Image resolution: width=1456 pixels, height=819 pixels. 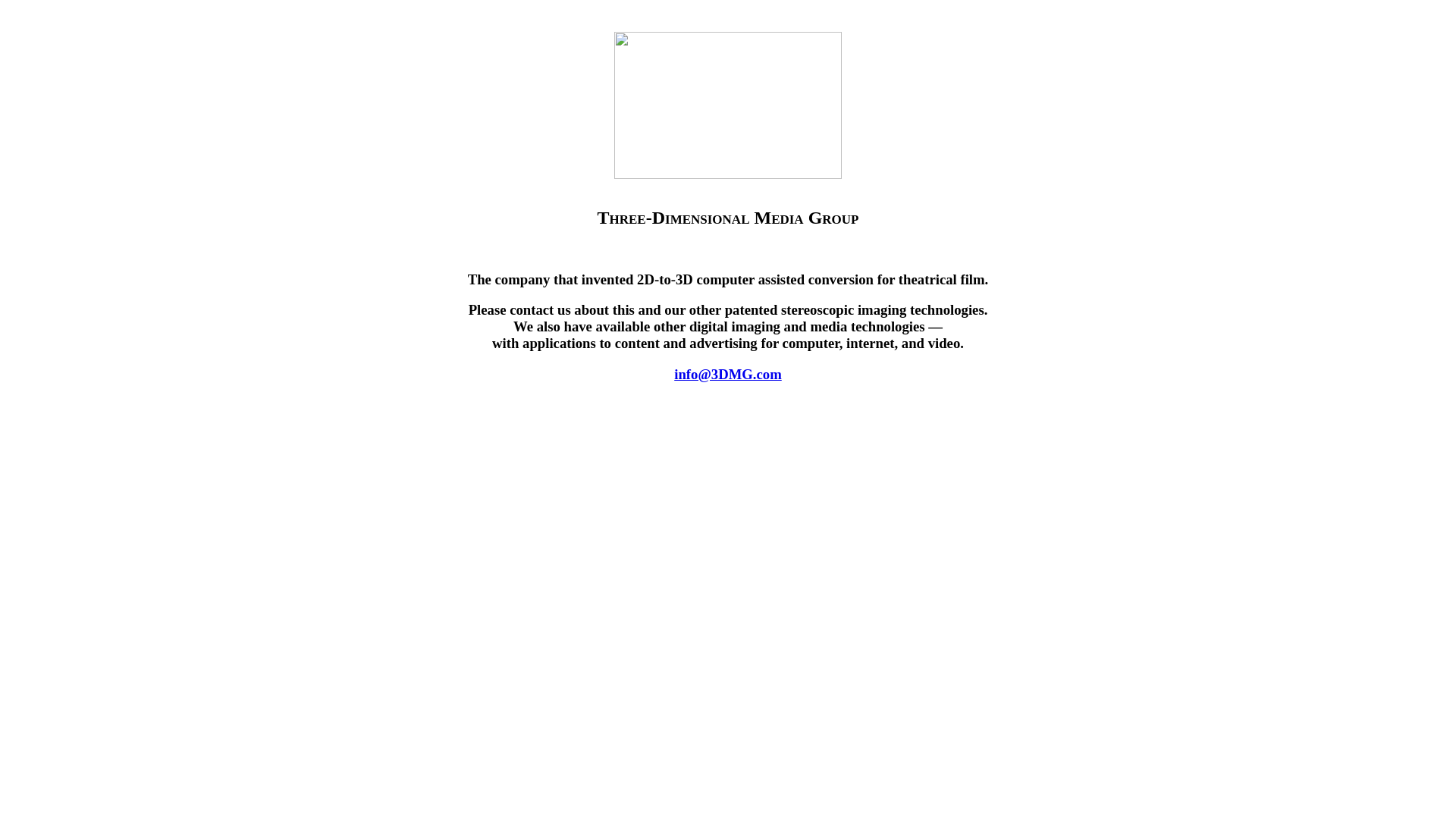 What do you see at coordinates (728, 374) in the screenshot?
I see `'info@3DMG.com'` at bounding box center [728, 374].